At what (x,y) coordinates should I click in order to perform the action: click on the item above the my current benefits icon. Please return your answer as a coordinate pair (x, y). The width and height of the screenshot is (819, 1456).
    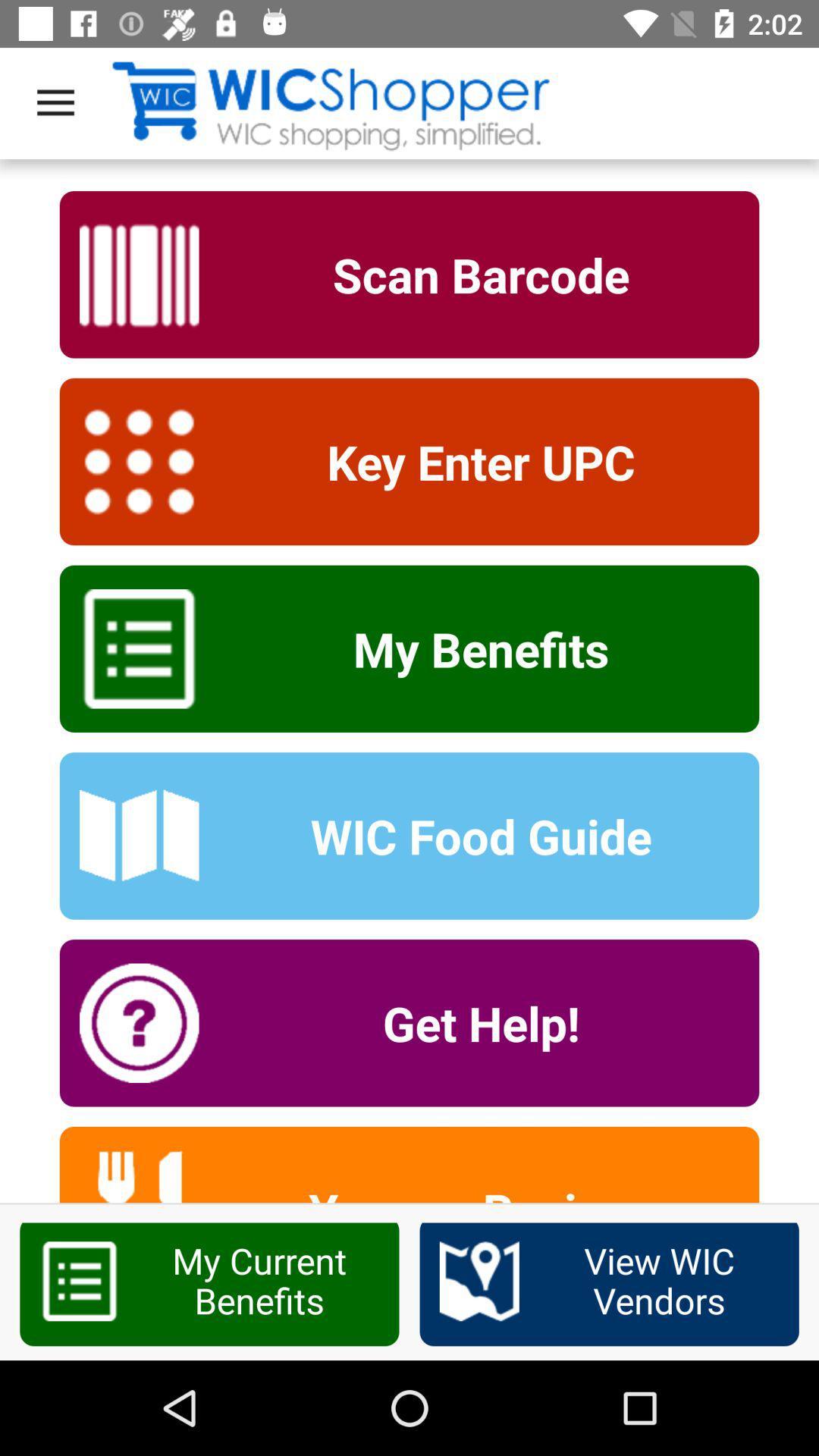
    Looking at the image, I should click on (470, 1190).